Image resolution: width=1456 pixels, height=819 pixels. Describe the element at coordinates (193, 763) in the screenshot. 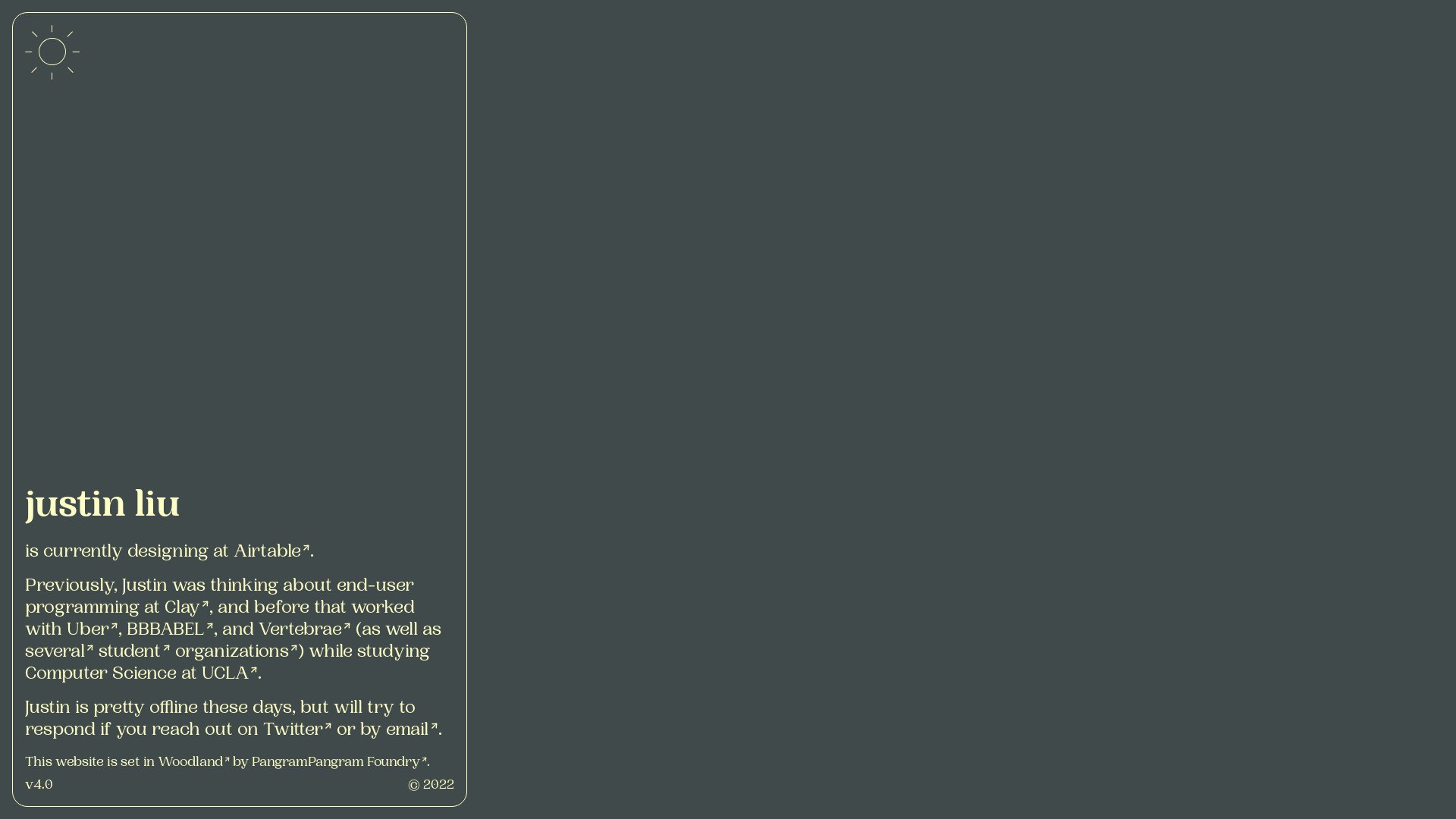

I see `'Woodland'` at that location.